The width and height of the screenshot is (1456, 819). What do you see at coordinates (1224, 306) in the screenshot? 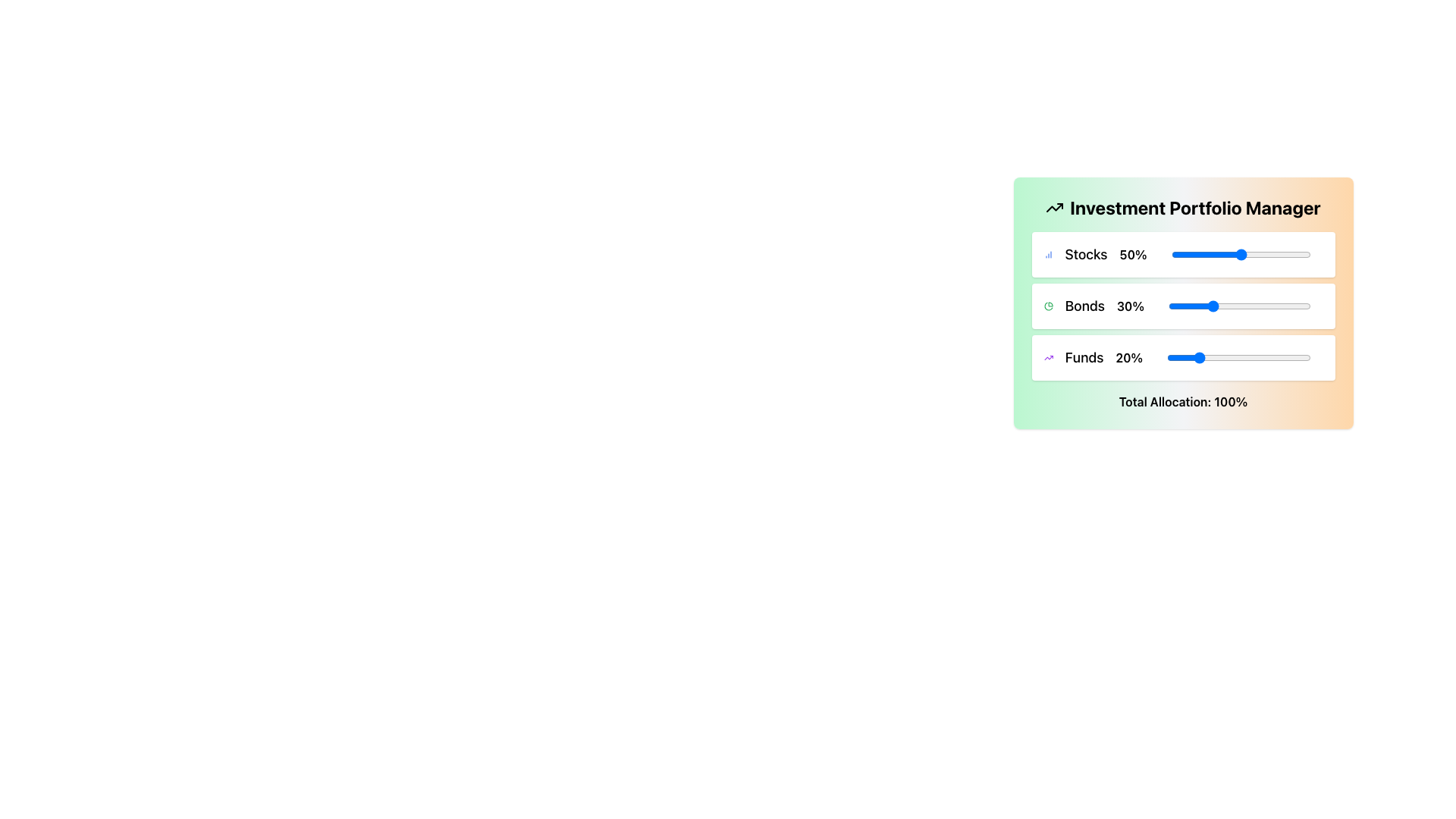
I see `the Bonds slider value` at bounding box center [1224, 306].